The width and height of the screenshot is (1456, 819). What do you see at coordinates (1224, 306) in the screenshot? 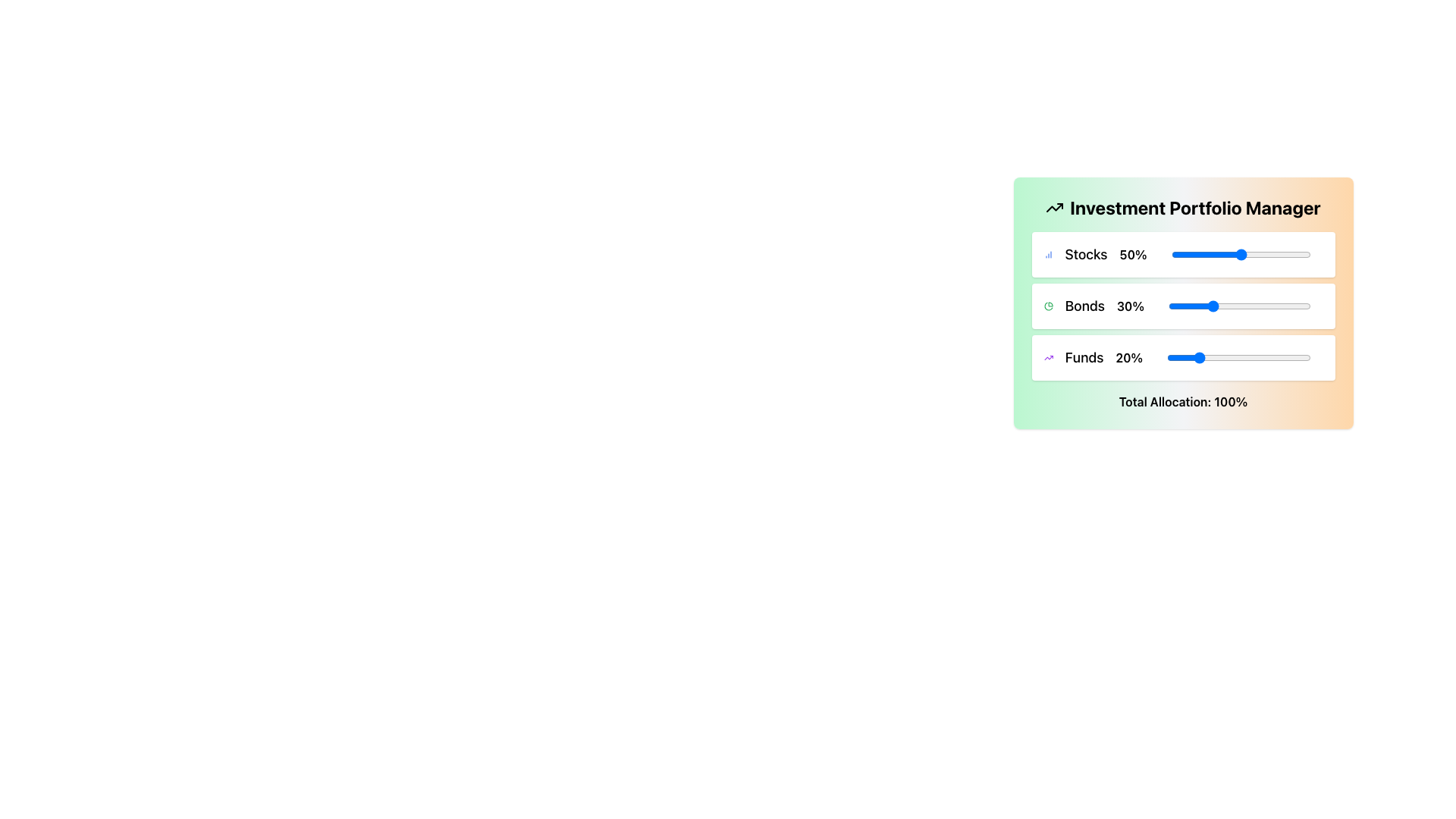
I see `the Bonds slider value` at bounding box center [1224, 306].